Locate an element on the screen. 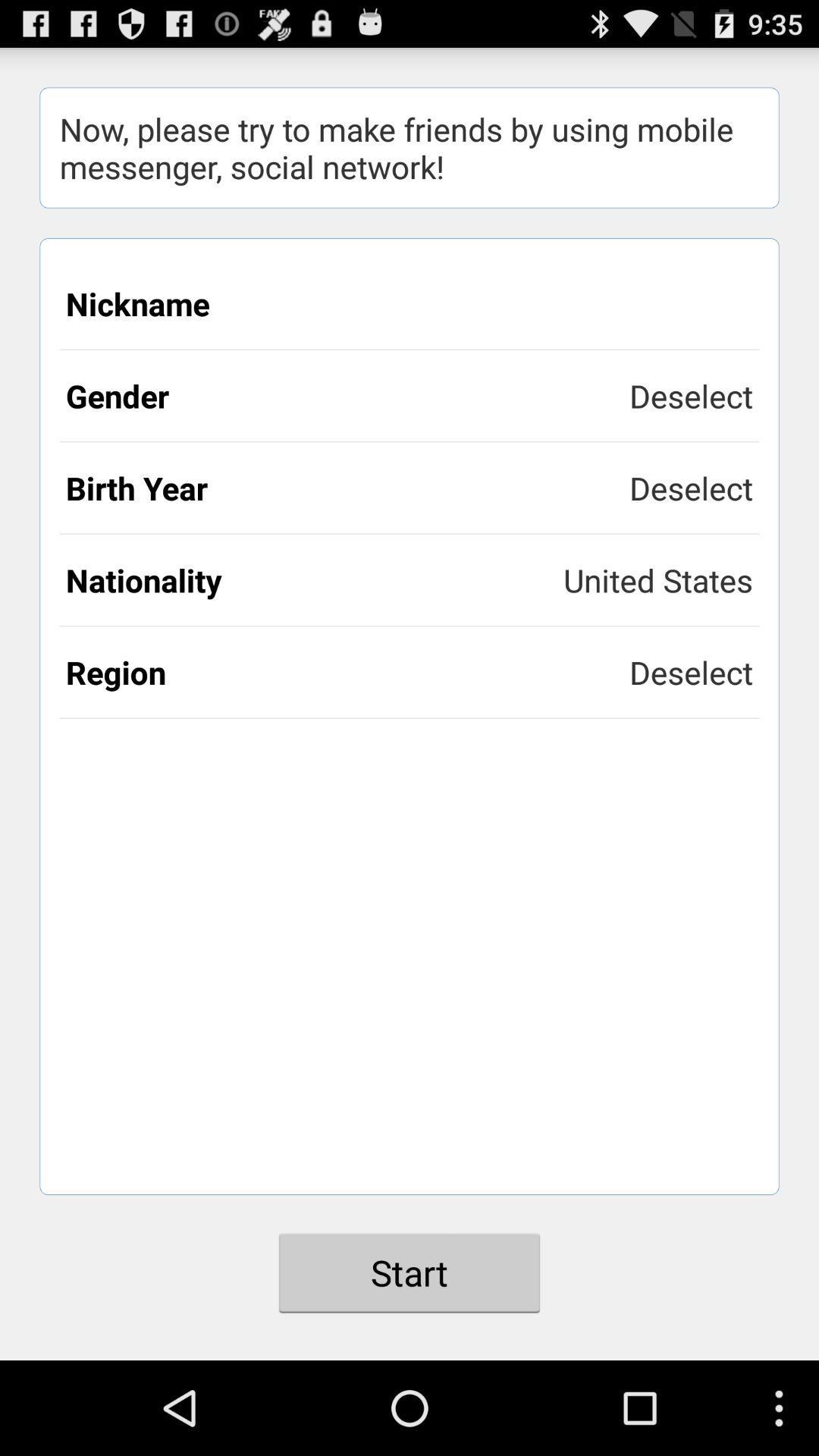  the item below the region icon is located at coordinates (409, 1272).